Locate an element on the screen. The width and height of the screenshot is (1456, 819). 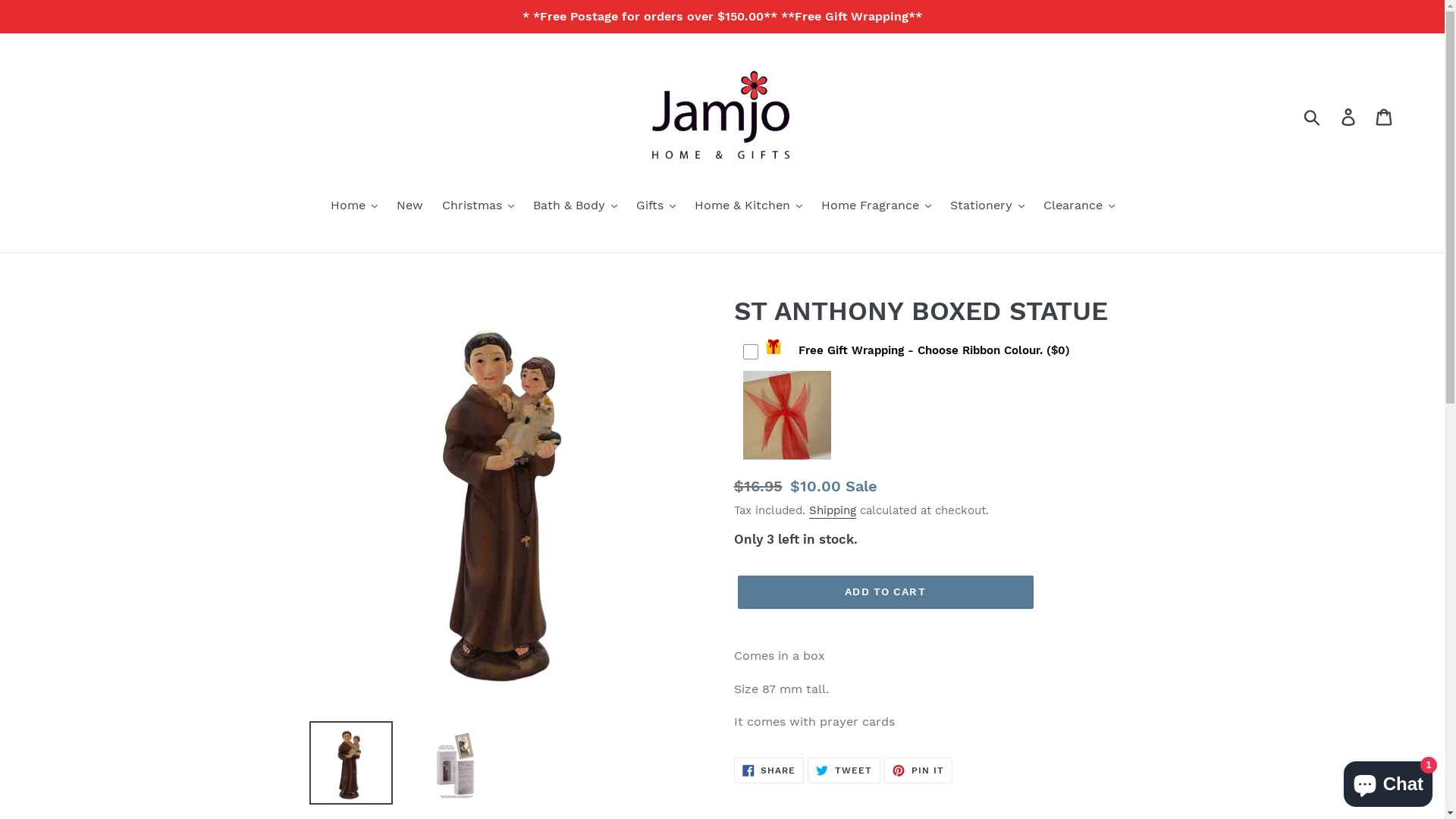
'Cart' is located at coordinates (1385, 116).